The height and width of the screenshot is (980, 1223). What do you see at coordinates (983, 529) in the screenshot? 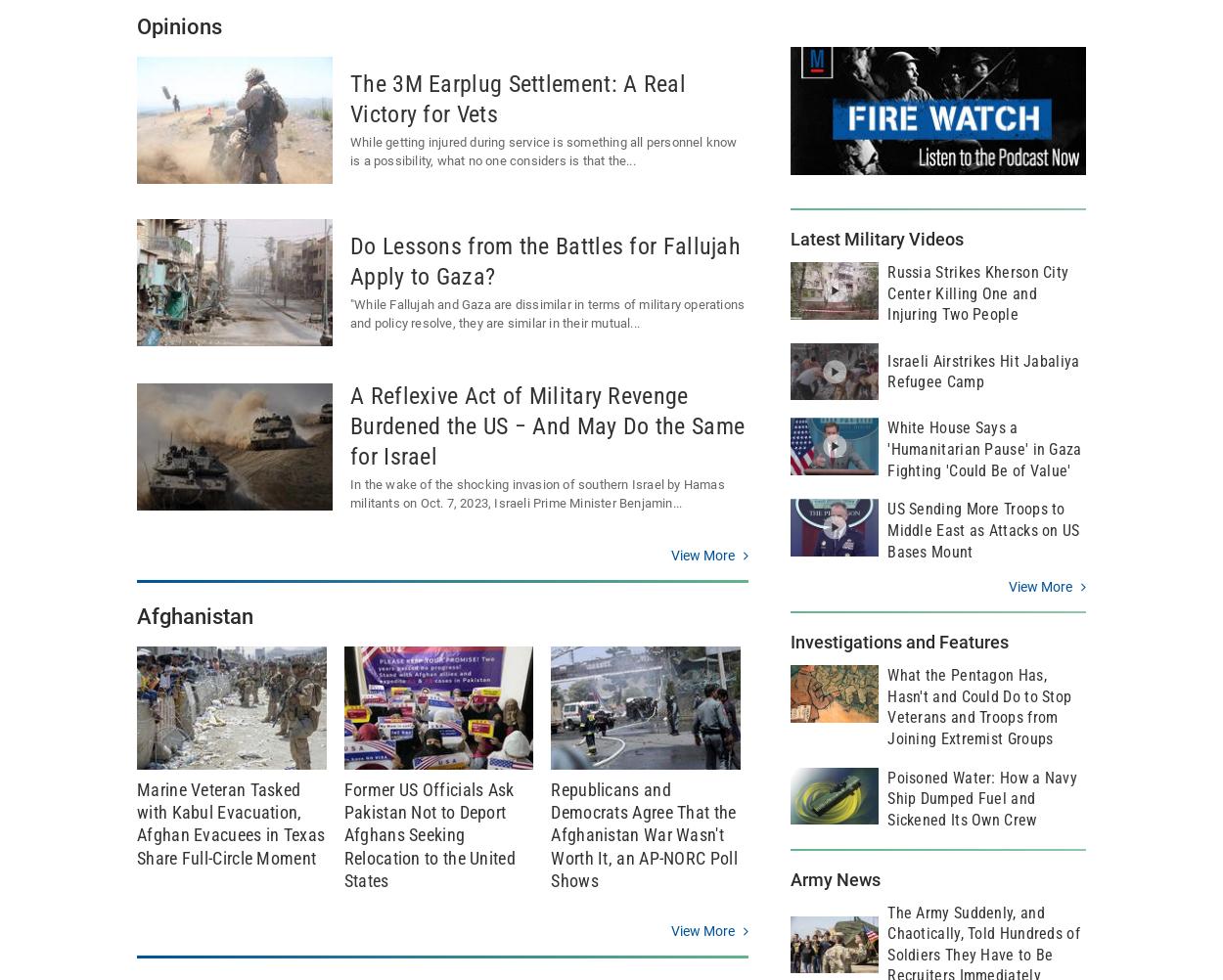
I see `'US Sending More Troops to Middle East as Attacks on US Bases Mount'` at bounding box center [983, 529].